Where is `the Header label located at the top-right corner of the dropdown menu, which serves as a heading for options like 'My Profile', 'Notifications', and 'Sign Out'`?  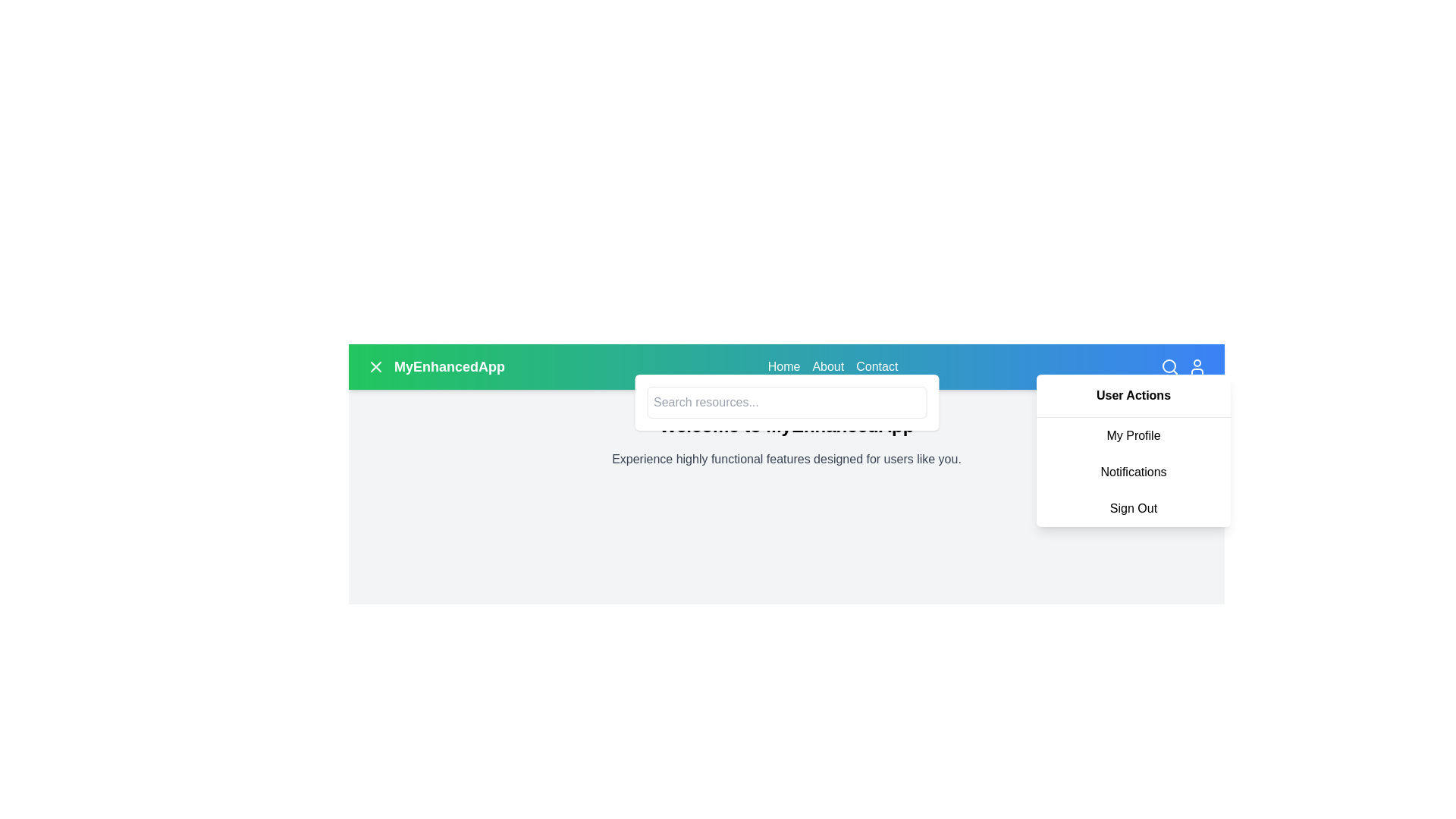 the Header label located at the top-right corner of the dropdown menu, which serves as a heading for options like 'My Profile', 'Notifications', and 'Sign Out' is located at coordinates (1133, 394).